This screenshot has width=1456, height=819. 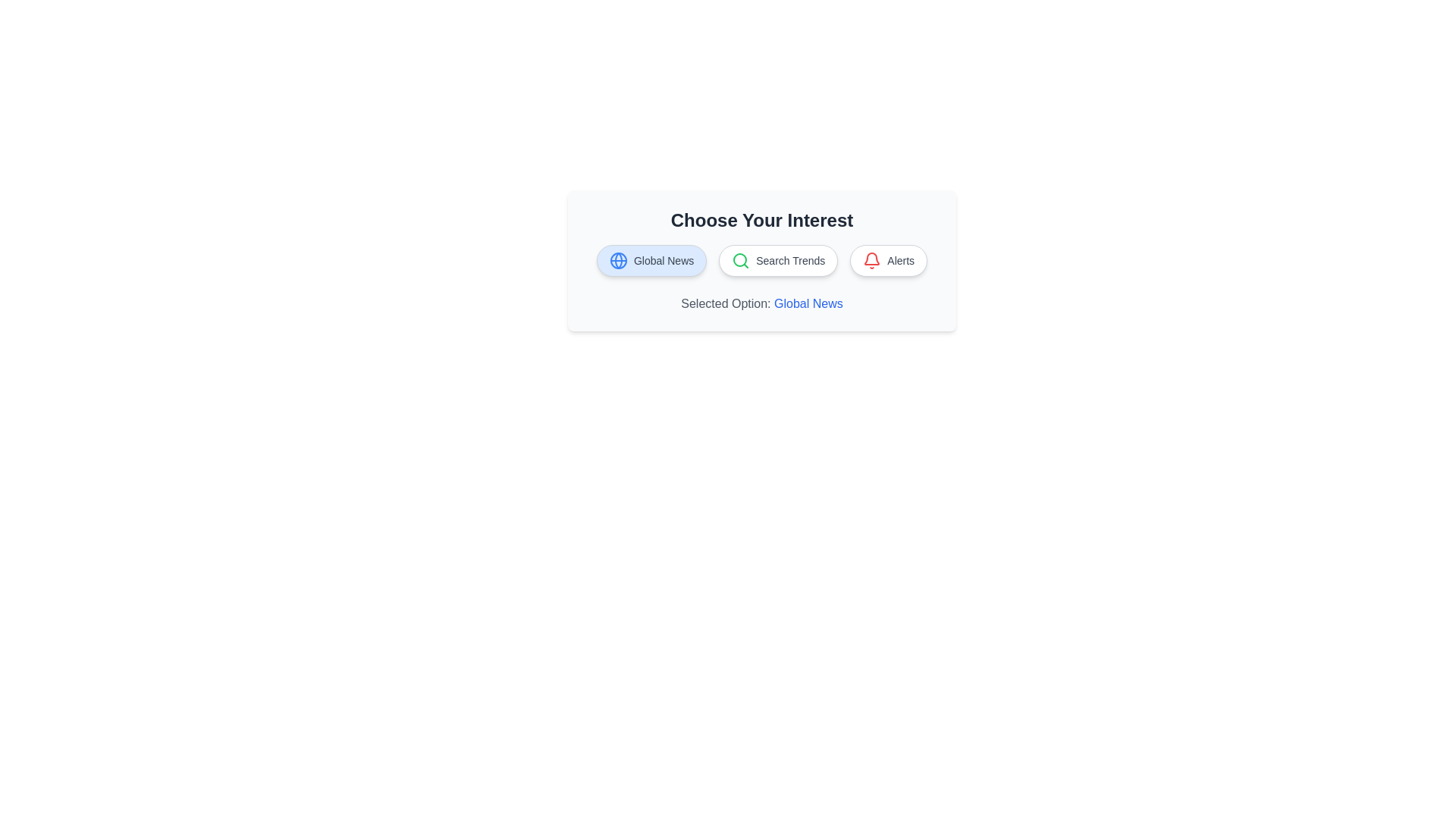 What do you see at coordinates (888, 259) in the screenshot?
I see `the chip labeled Alerts to update the selected option` at bounding box center [888, 259].